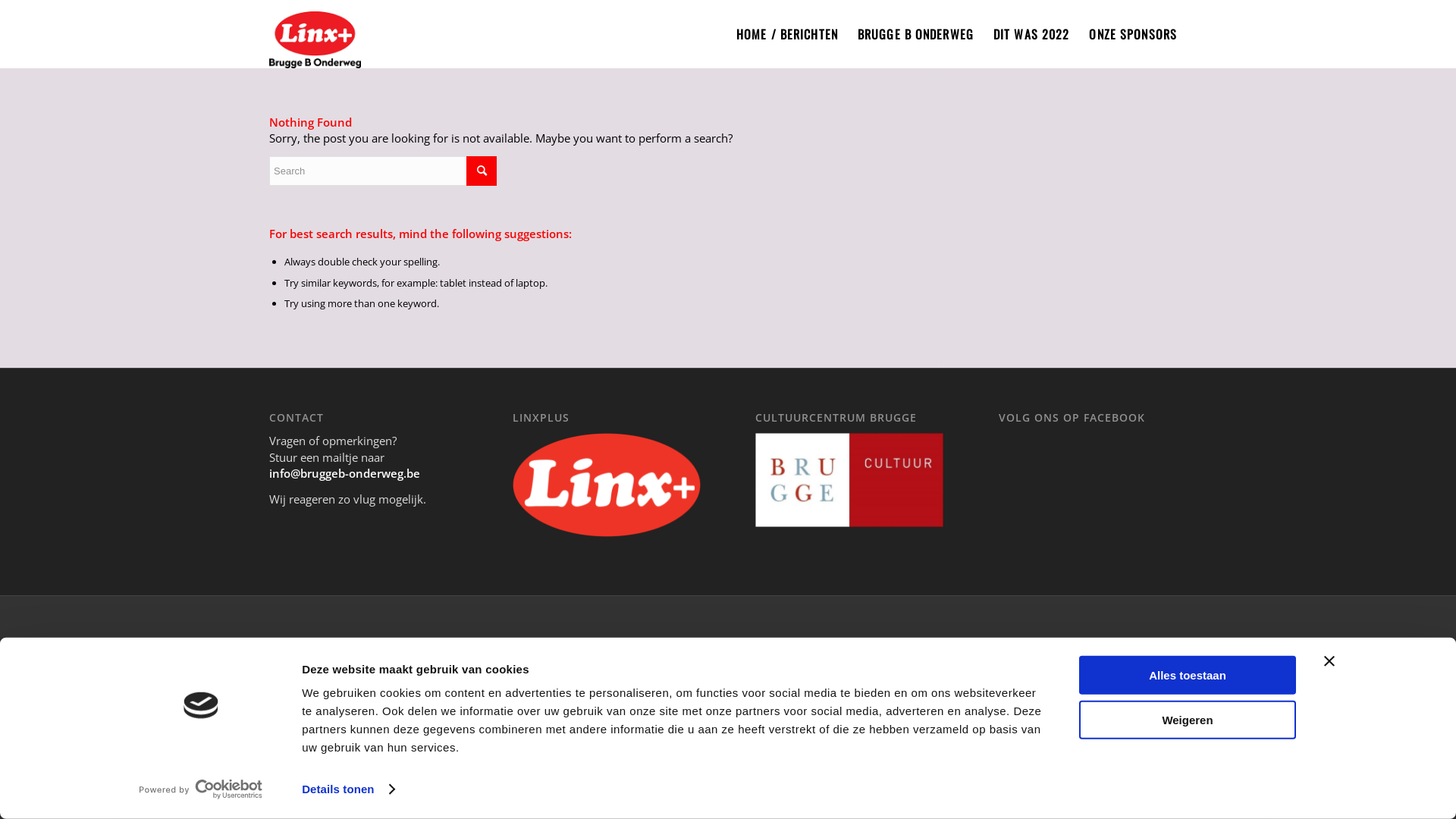 The height and width of the screenshot is (819, 1456). I want to click on 'Details tonen', so click(347, 789).